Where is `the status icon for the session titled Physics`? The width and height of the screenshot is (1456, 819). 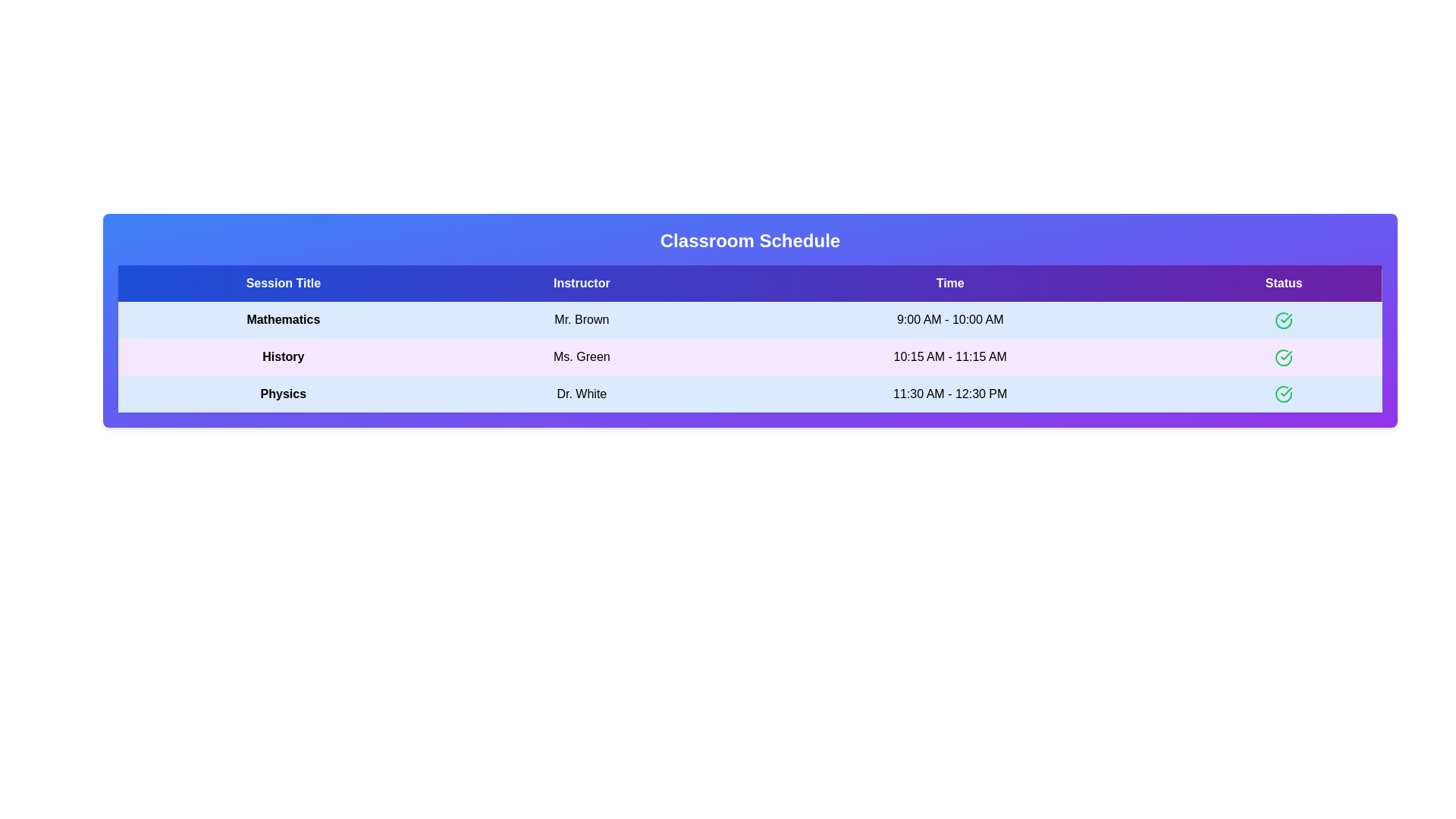 the status icon for the session titled Physics is located at coordinates (1283, 394).